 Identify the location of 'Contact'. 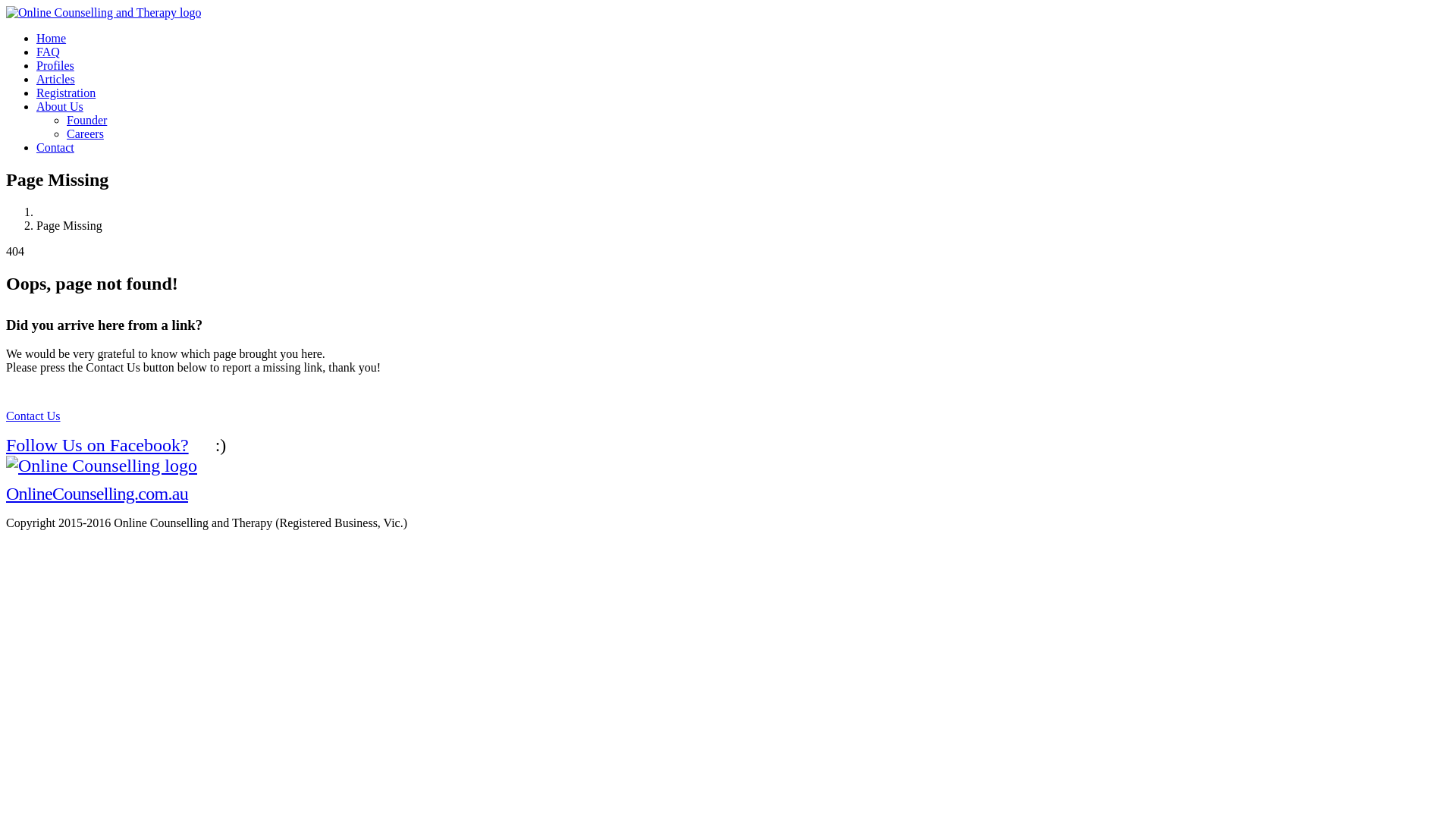
(55, 147).